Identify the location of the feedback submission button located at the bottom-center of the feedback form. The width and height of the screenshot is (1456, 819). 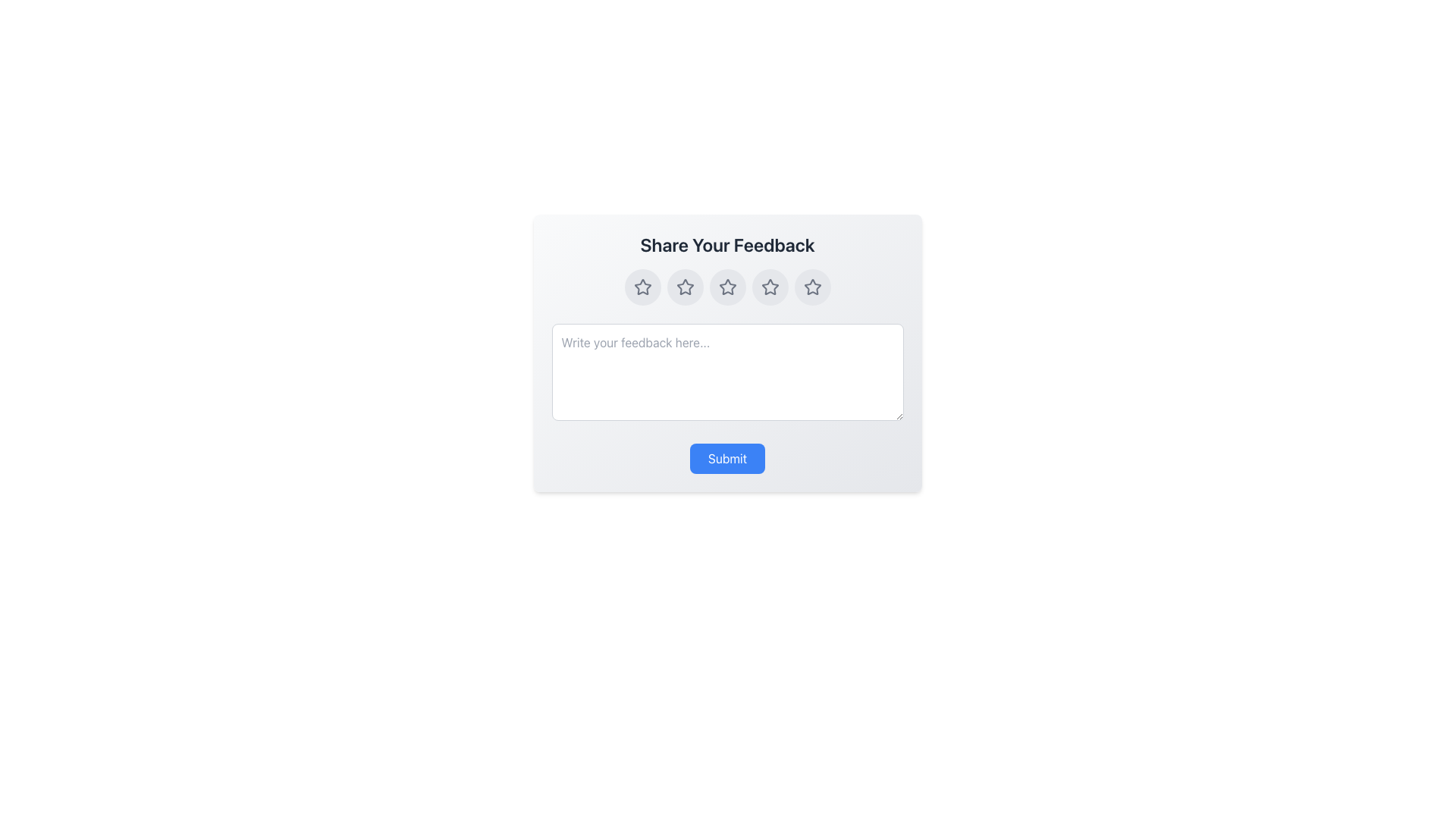
(726, 458).